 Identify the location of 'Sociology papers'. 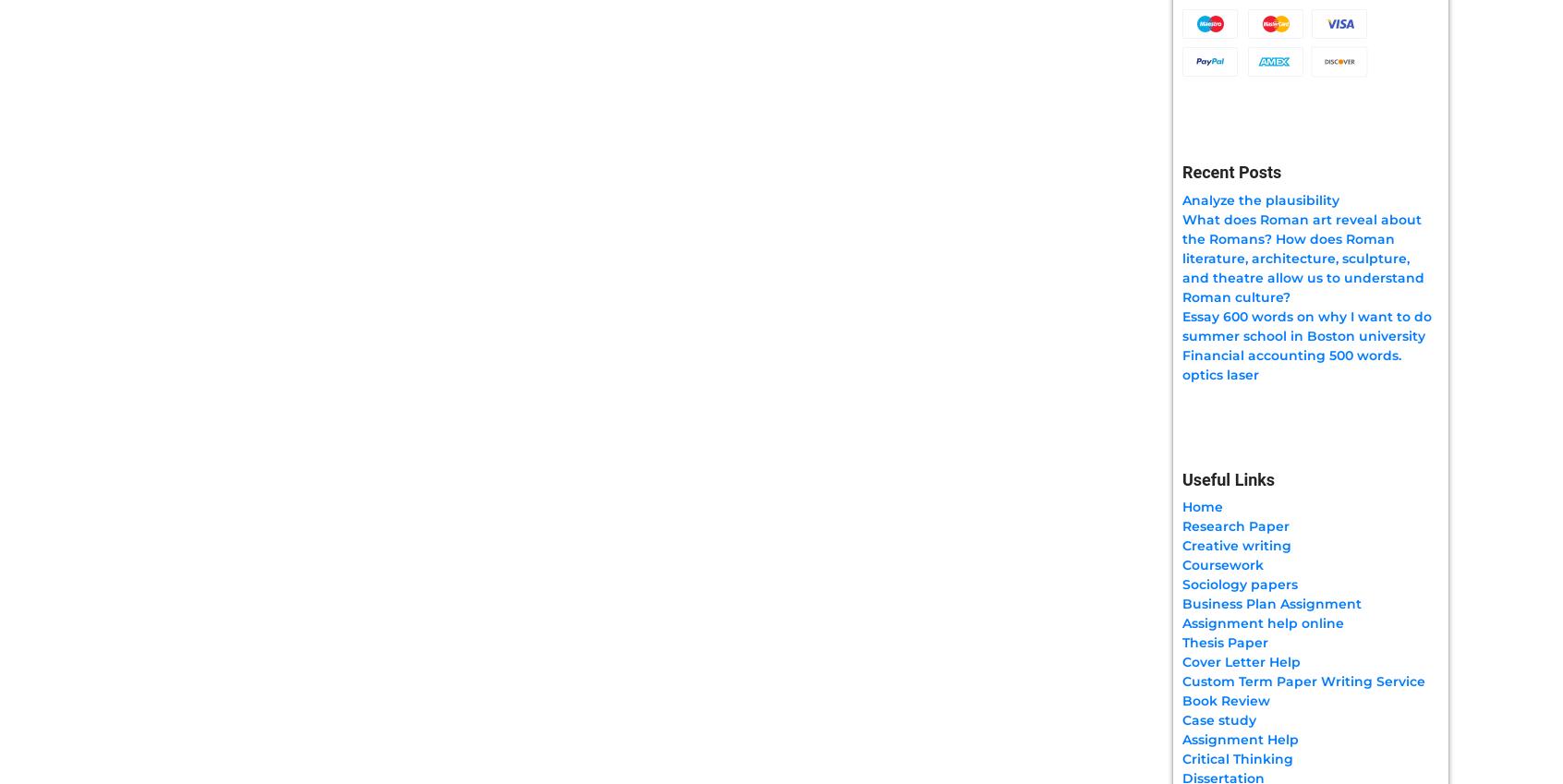
(1240, 583).